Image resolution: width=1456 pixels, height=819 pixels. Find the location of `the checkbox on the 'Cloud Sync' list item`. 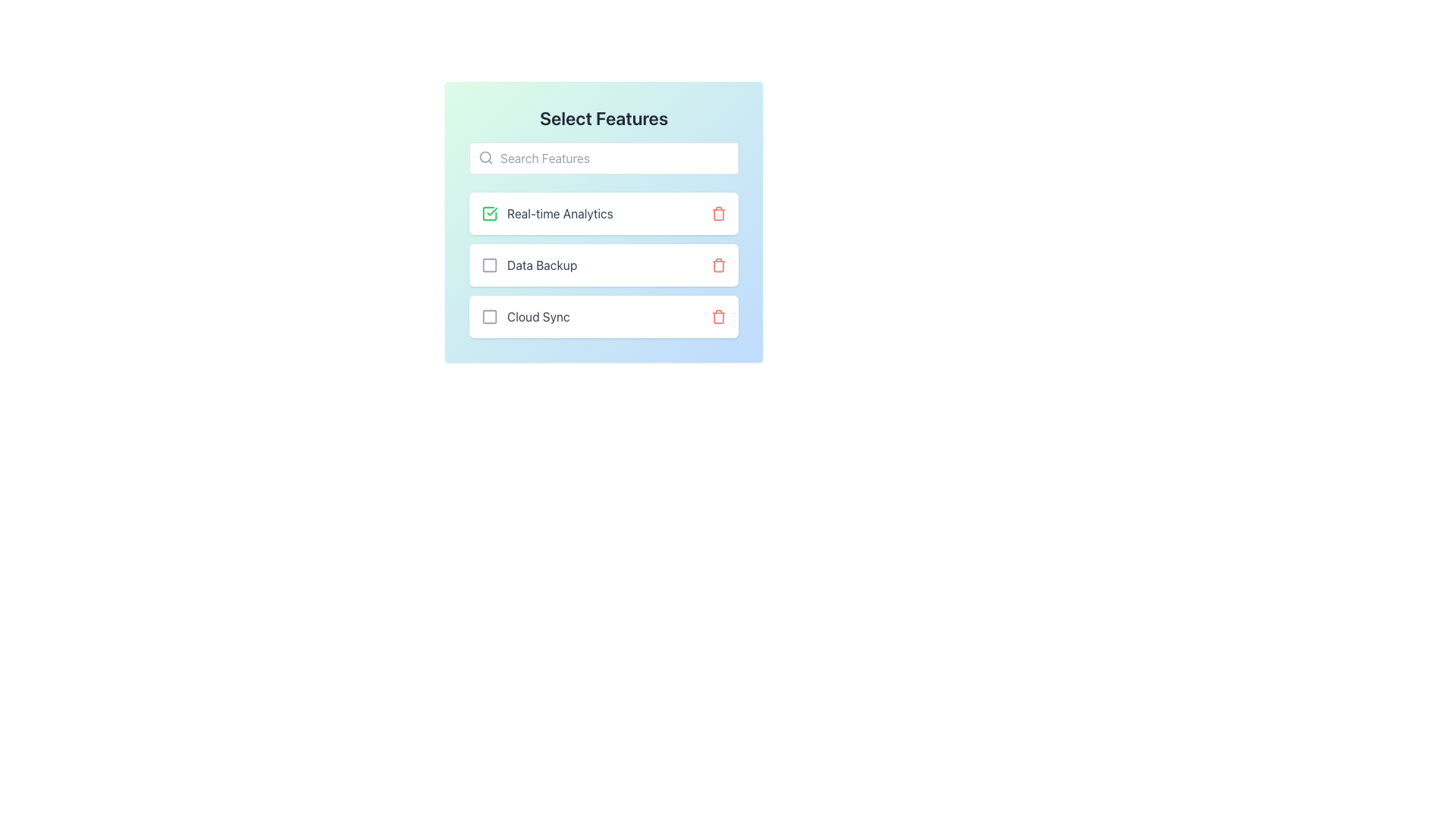

the checkbox on the 'Cloud Sync' list item is located at coordinates (603, 315).